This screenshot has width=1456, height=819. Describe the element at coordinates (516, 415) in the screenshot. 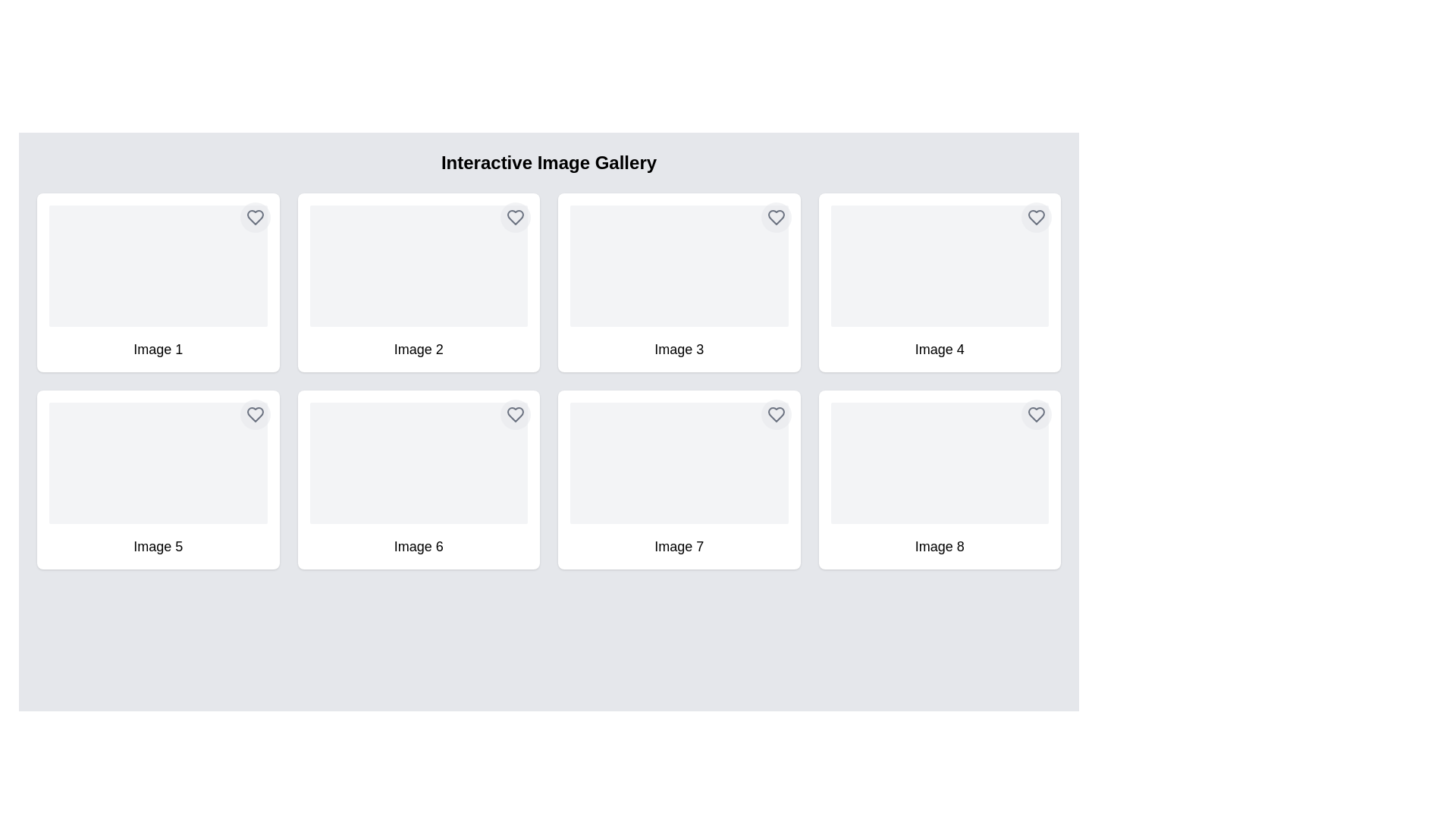

I see `the 'favorite' or 'like' icon` at that location.